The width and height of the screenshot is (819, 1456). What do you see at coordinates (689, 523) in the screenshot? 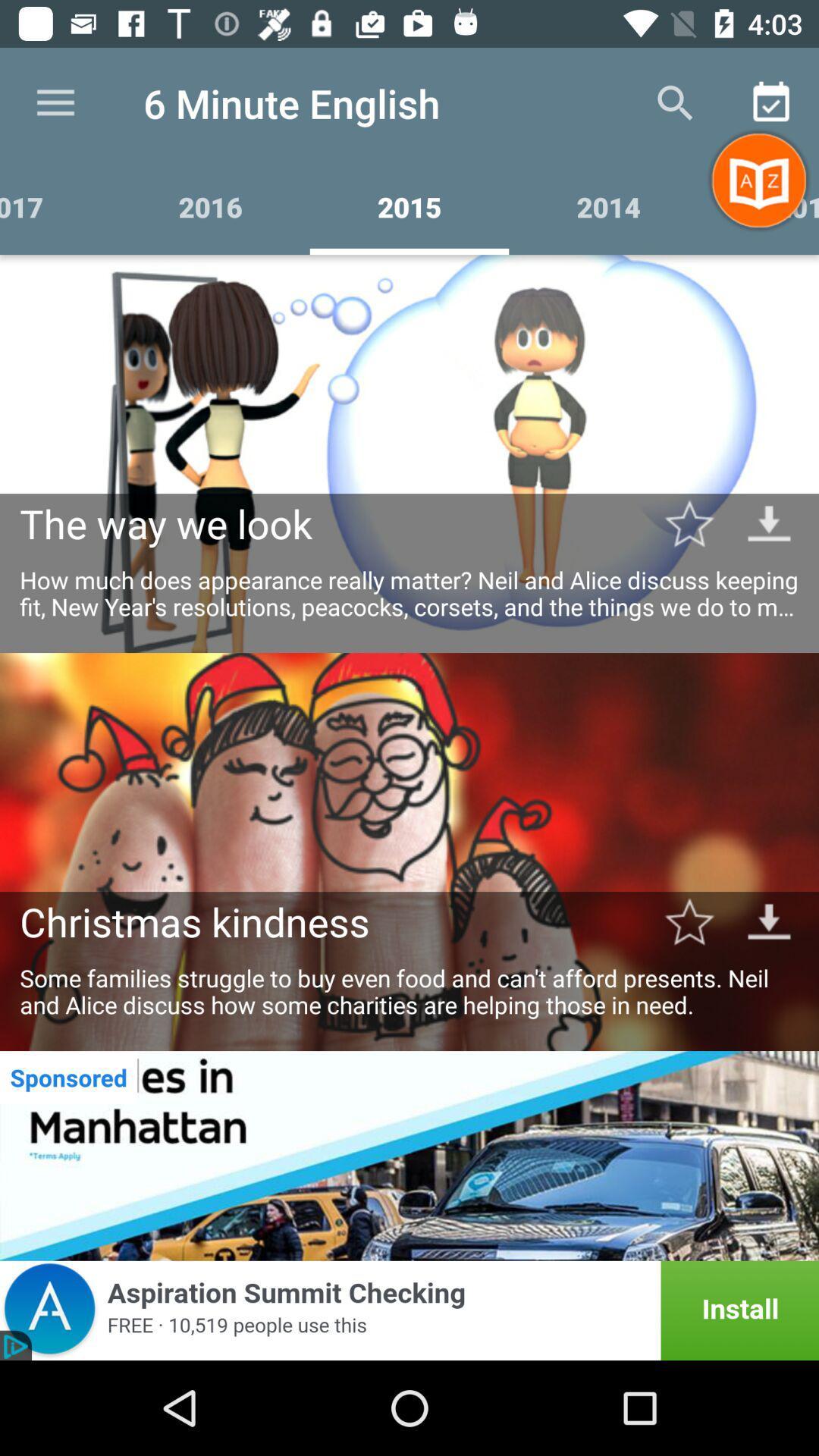
I see `to favorites` at bounding box center [689, 523].